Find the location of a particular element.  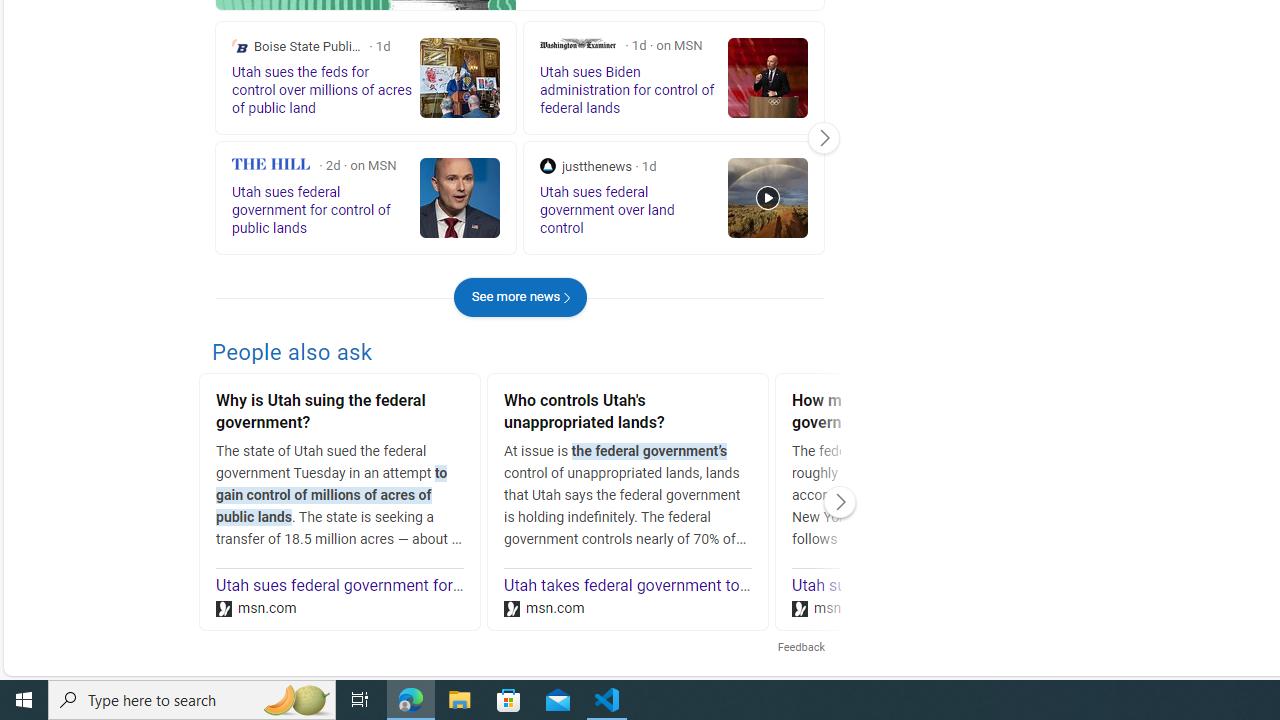

'justthenews' is located at coordinates (547, 164).